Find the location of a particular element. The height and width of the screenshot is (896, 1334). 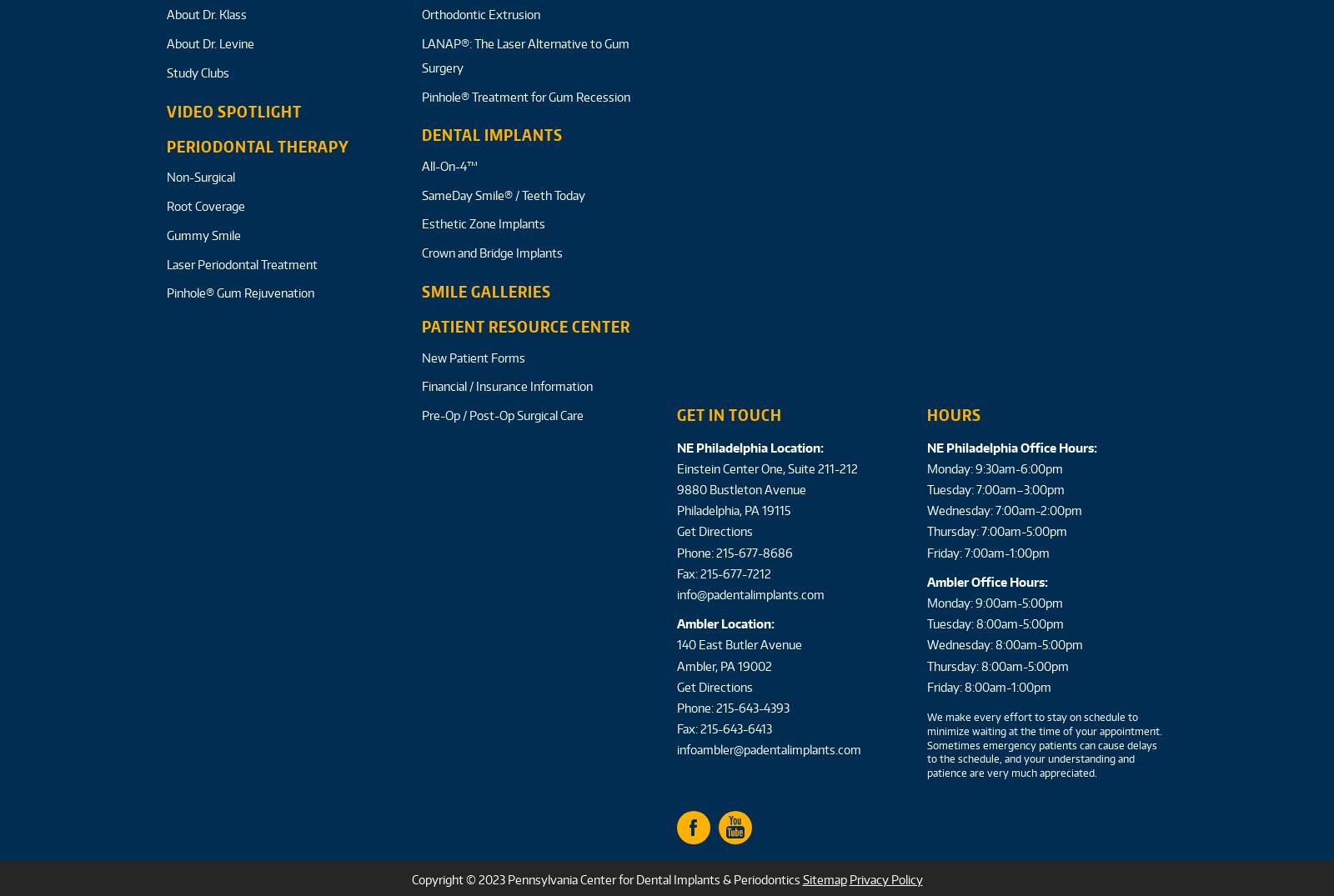

'Fax: 215-643-6413' is located at coordinates (675, 728).